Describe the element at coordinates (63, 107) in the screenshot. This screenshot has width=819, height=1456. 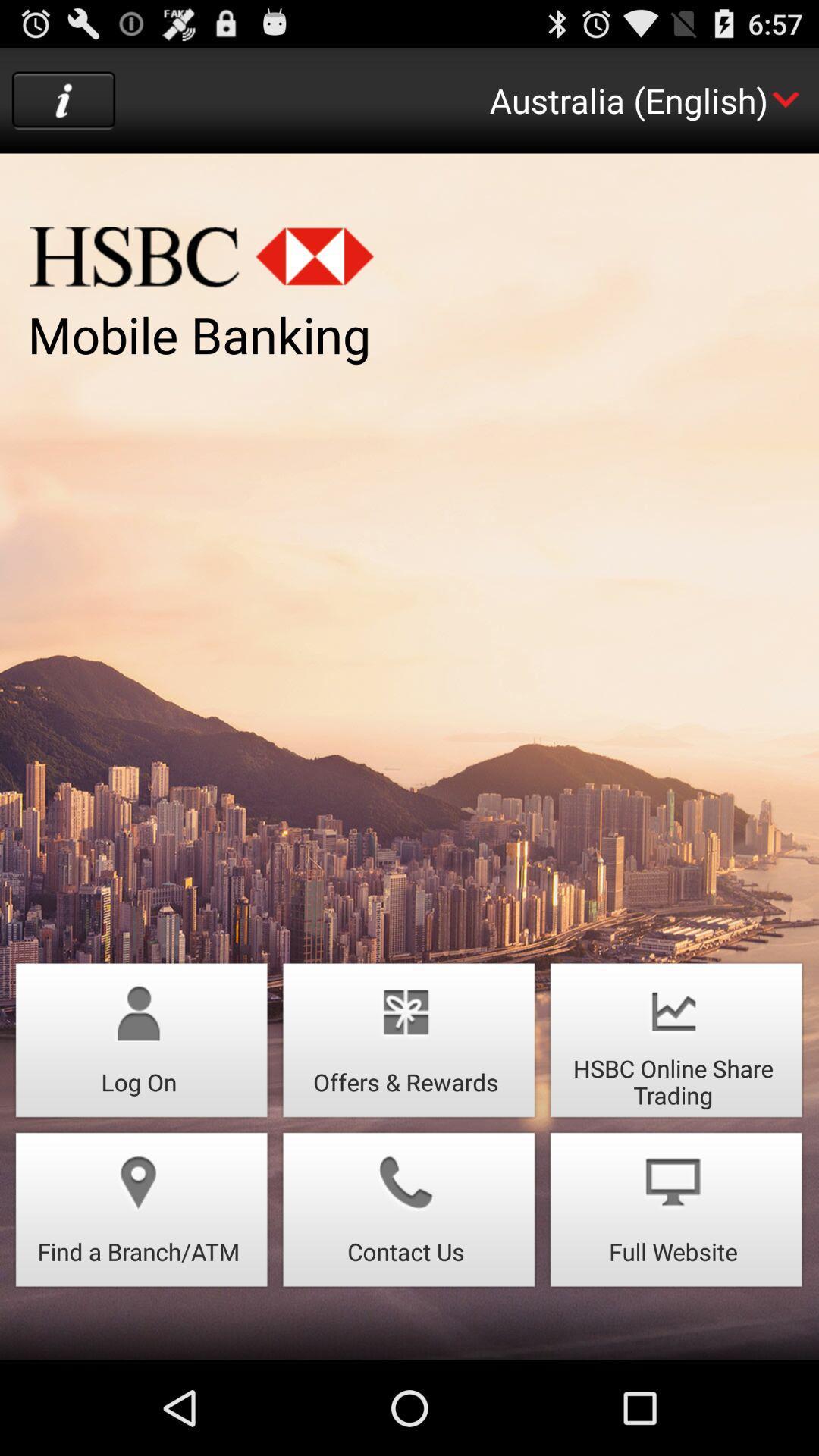
I see `the info icon` at that location.